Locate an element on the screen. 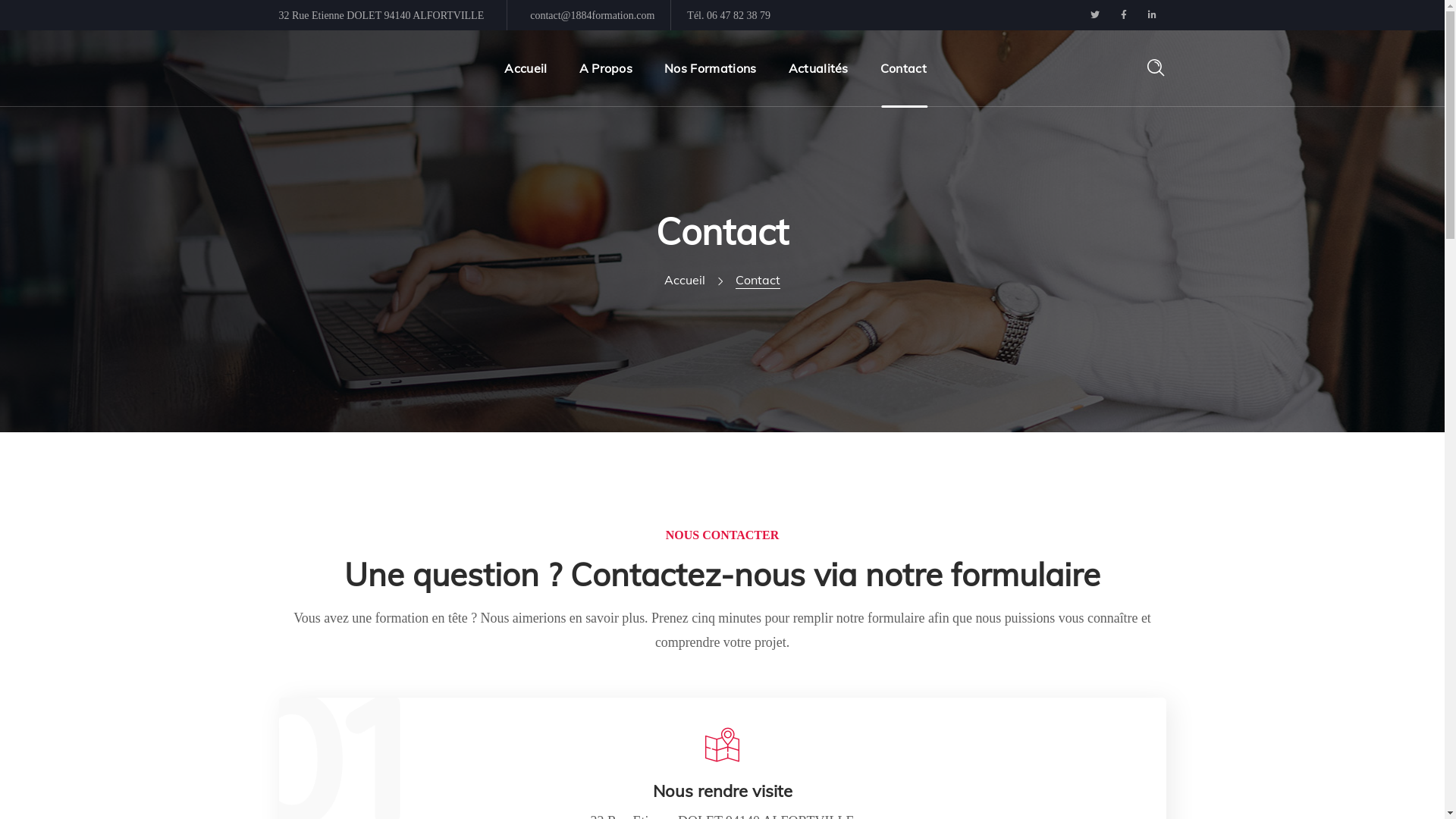  'Rechercher' is located at coordinates (1103, 54).